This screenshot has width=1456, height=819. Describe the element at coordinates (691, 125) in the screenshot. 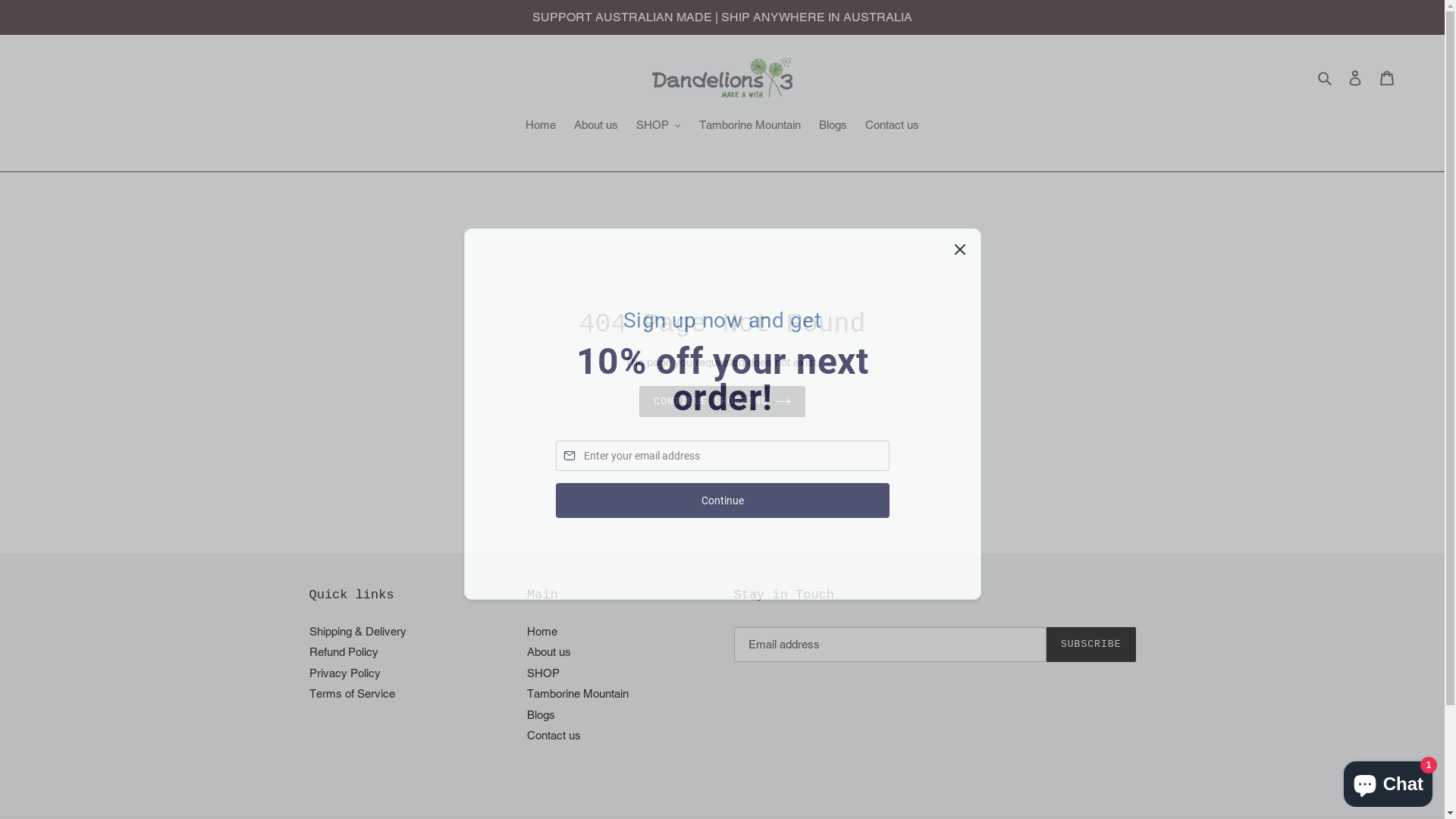

I see `'Tamborine Mountain'` at that location.